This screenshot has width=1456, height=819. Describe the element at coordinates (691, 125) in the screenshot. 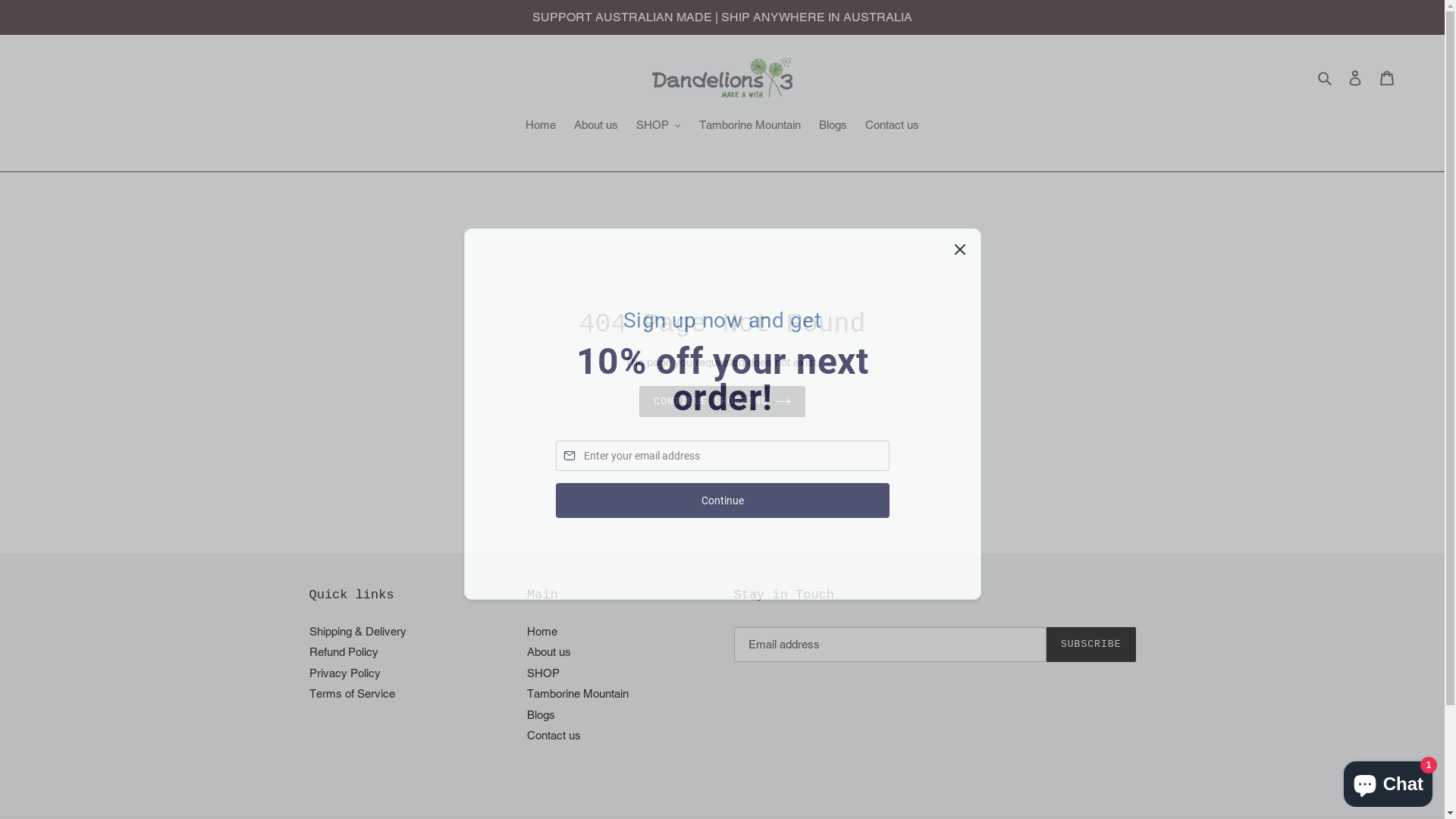

I see `'Tamborine Mountain'` at that location.